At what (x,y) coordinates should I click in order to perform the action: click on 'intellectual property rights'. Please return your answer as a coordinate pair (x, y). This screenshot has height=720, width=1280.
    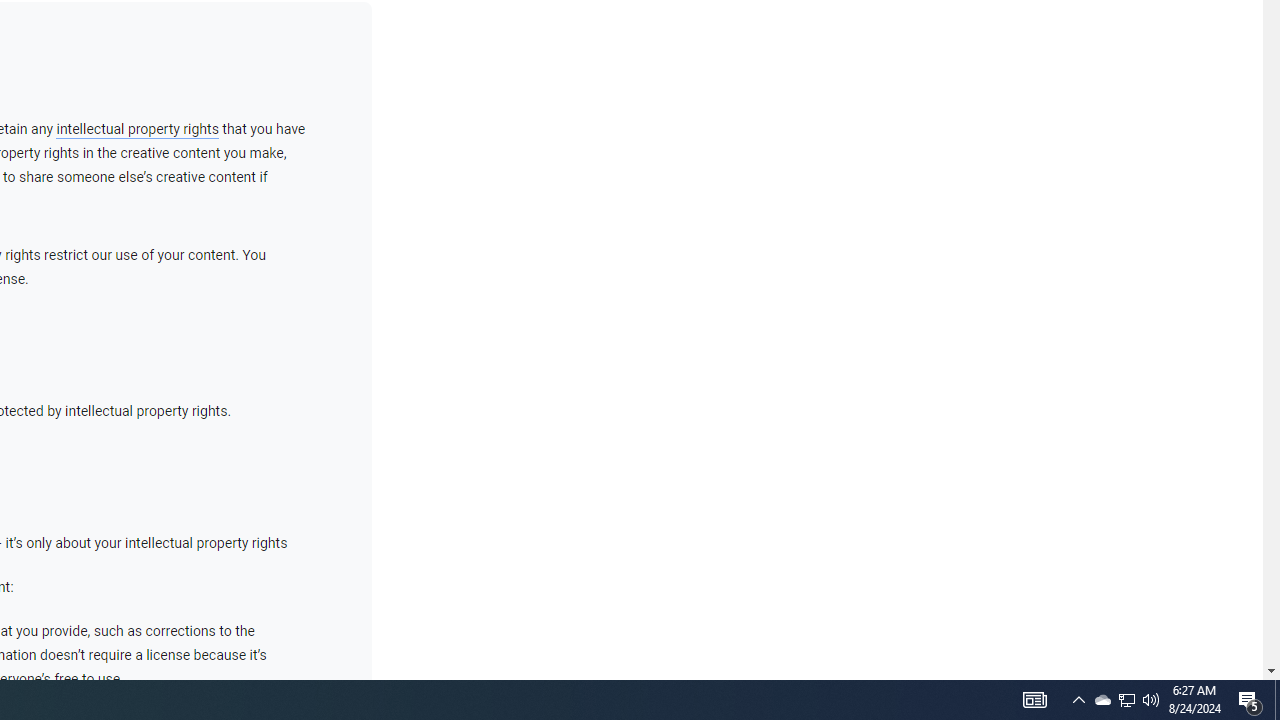
    Looking at the image, I should click on (136, 129).